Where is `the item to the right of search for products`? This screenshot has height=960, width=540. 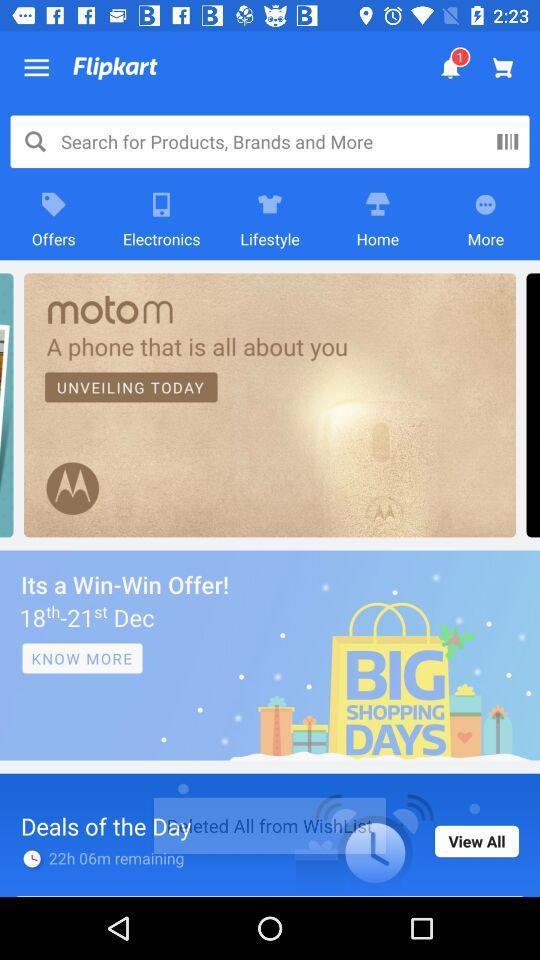
the item to the right of search for products is located at coordinates (507, 140).